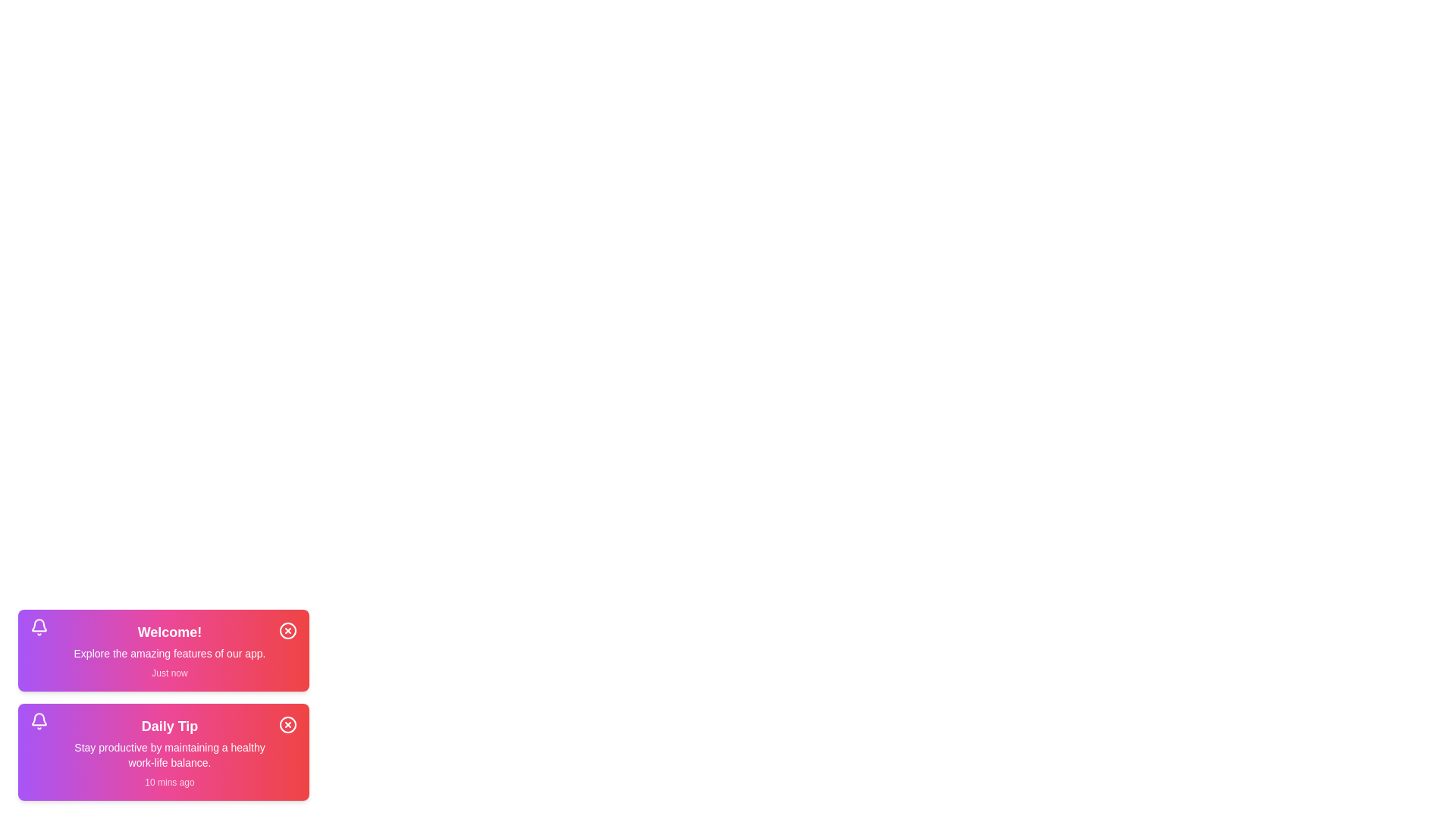  Describe the element at coordinates (287, 631) in the screenshot. I see `the close icon in the notification widget` at that location.